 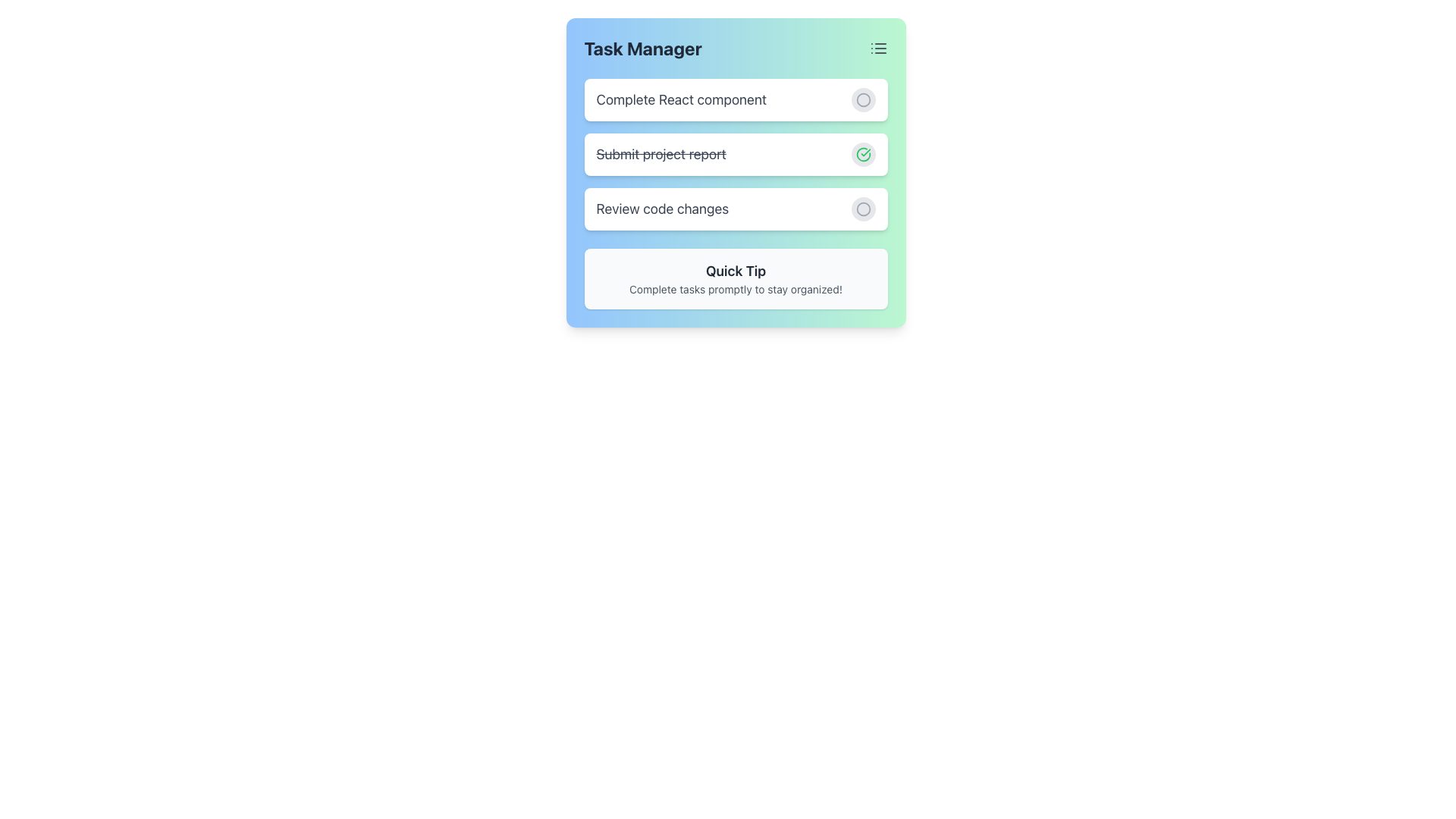 What do you see at coordinates (736, 271) in the screenshot?
I see `the 'Quick Tip' text label` at bounding box center [736, 271].